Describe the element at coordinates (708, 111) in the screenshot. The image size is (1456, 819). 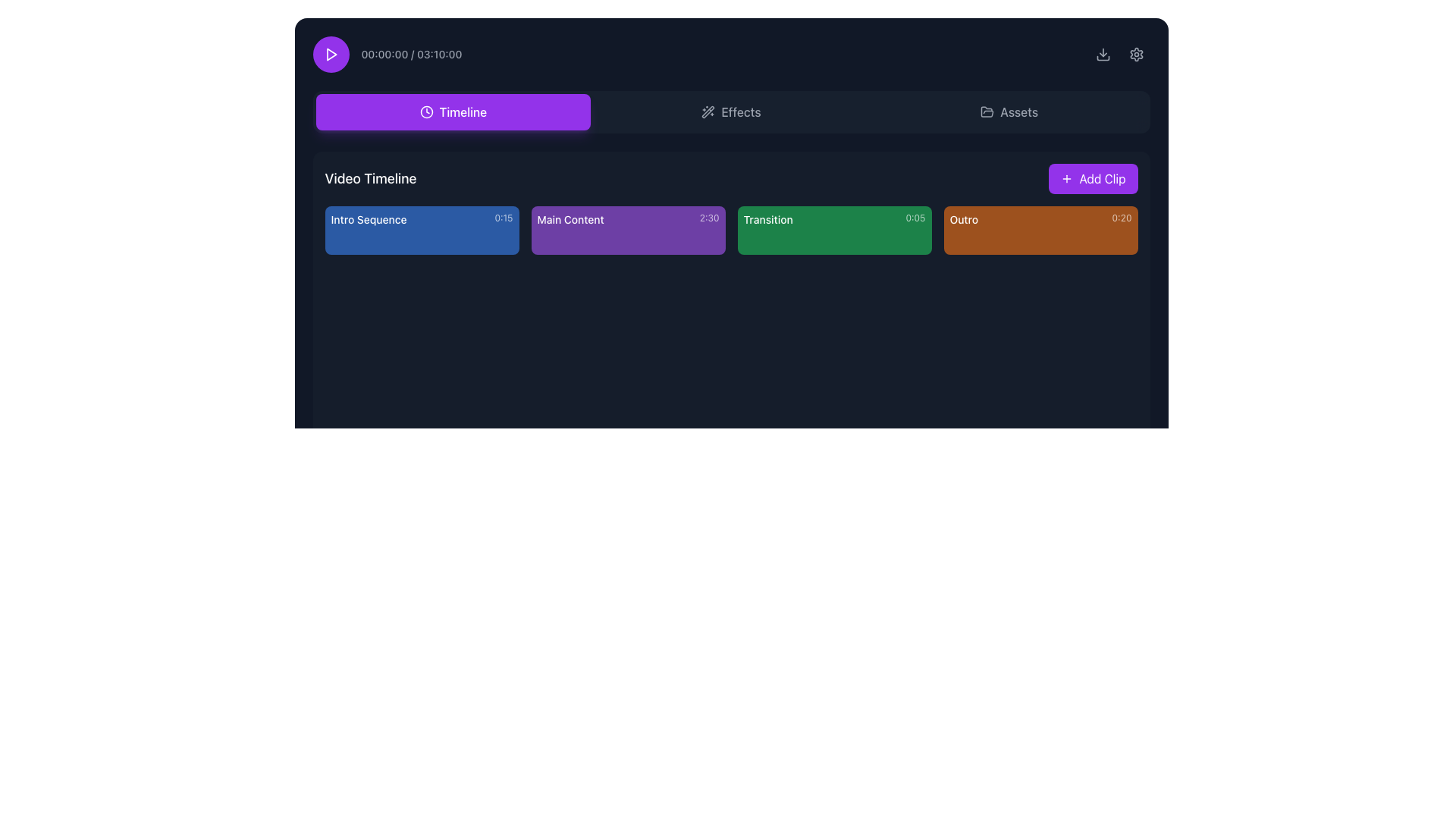
I see `the 'Effects' icon located on the left side of the 'Effects' button on the navigation bar` at that location.